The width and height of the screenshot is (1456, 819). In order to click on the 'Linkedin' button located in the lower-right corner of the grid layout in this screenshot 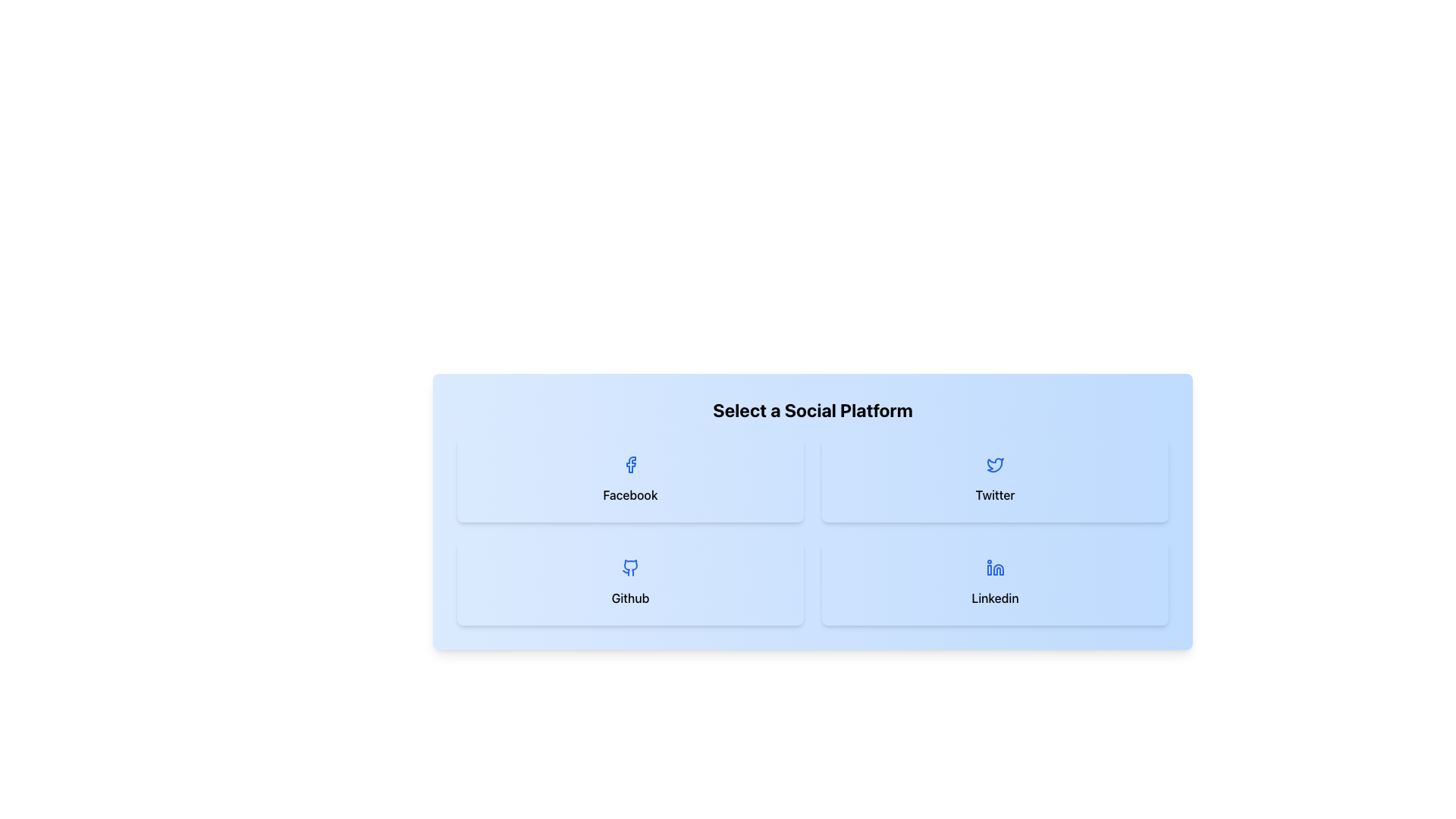, I will do `click(995, 582)`.